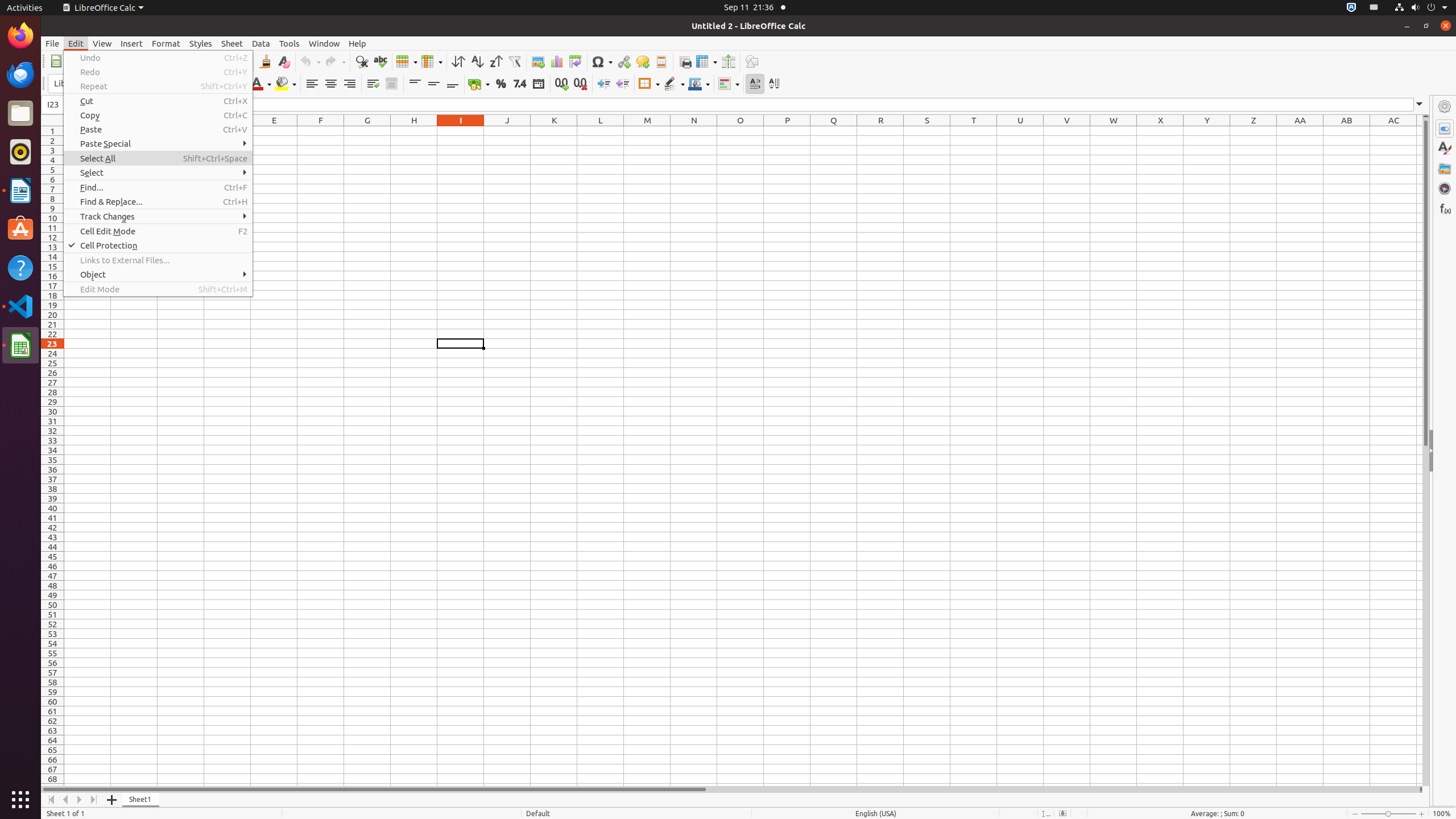 The image size is (1456, 819). I want to click on 'Freeze Rows and Columns', so click(706, 61).